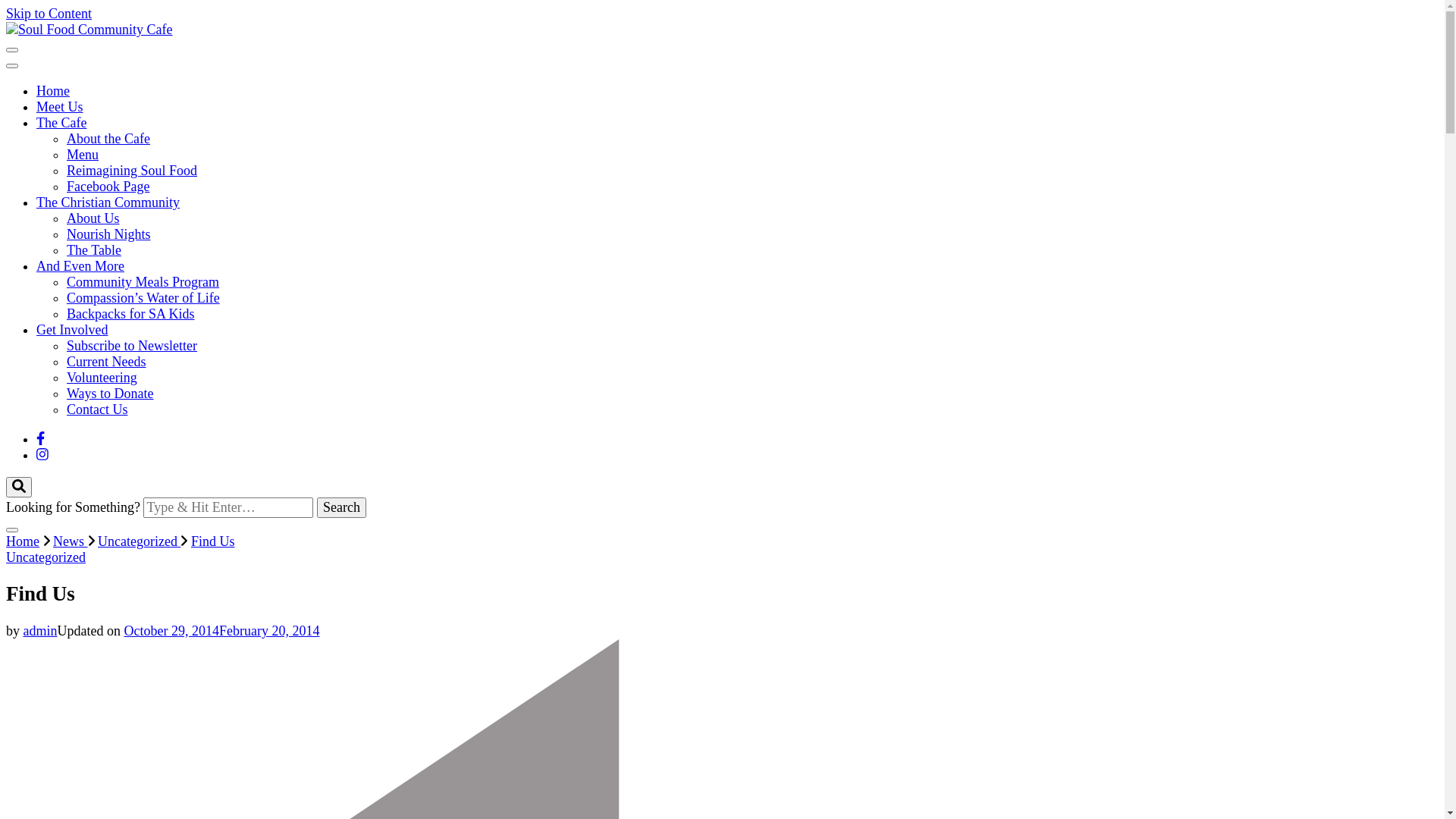 This screenshot has height=819, width=1456. I want to click on 'The Christian Community', so click(107, 201).